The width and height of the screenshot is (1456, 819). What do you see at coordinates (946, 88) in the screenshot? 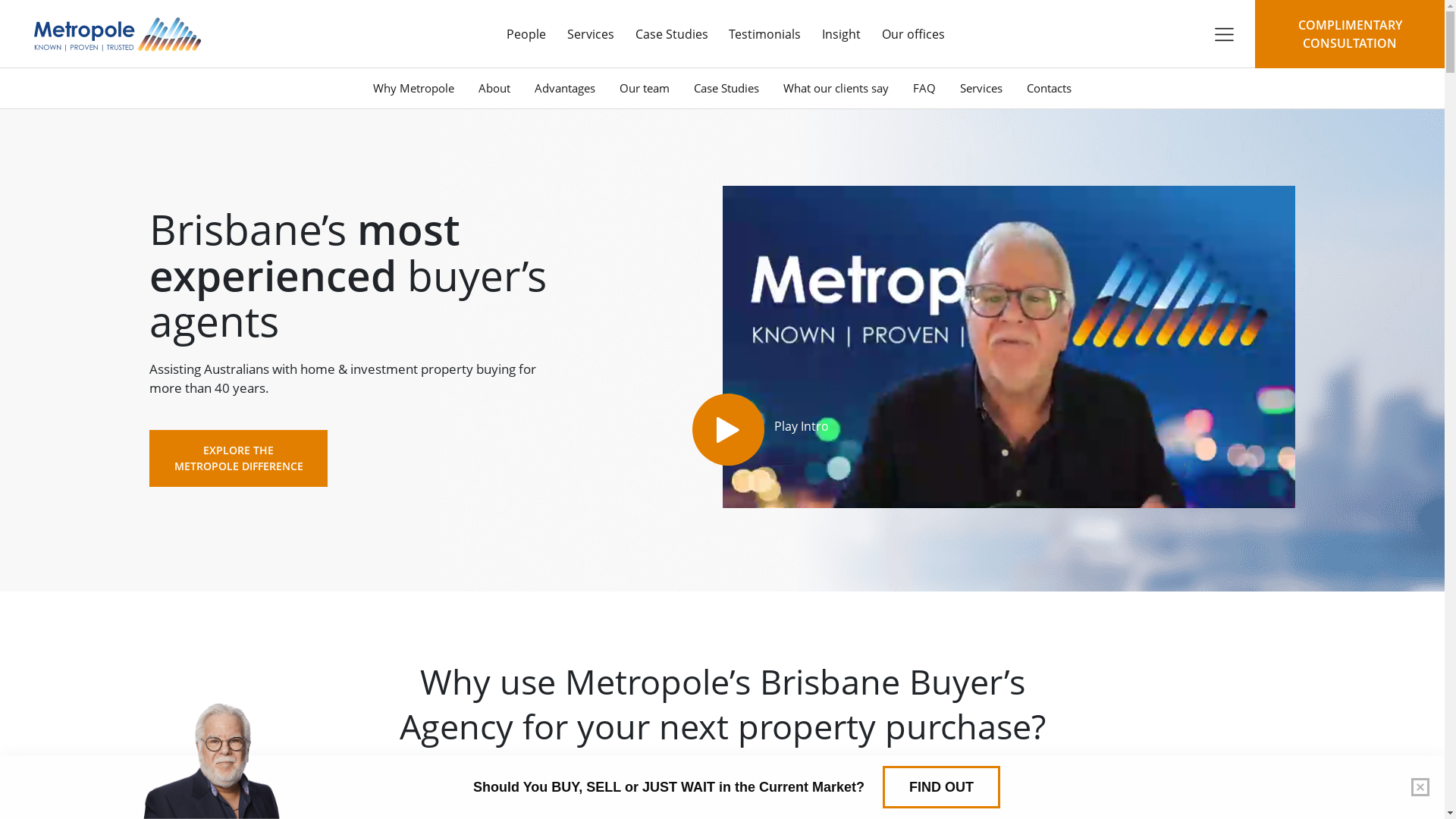
I see `'Services'` at bounding box center [946, 88].